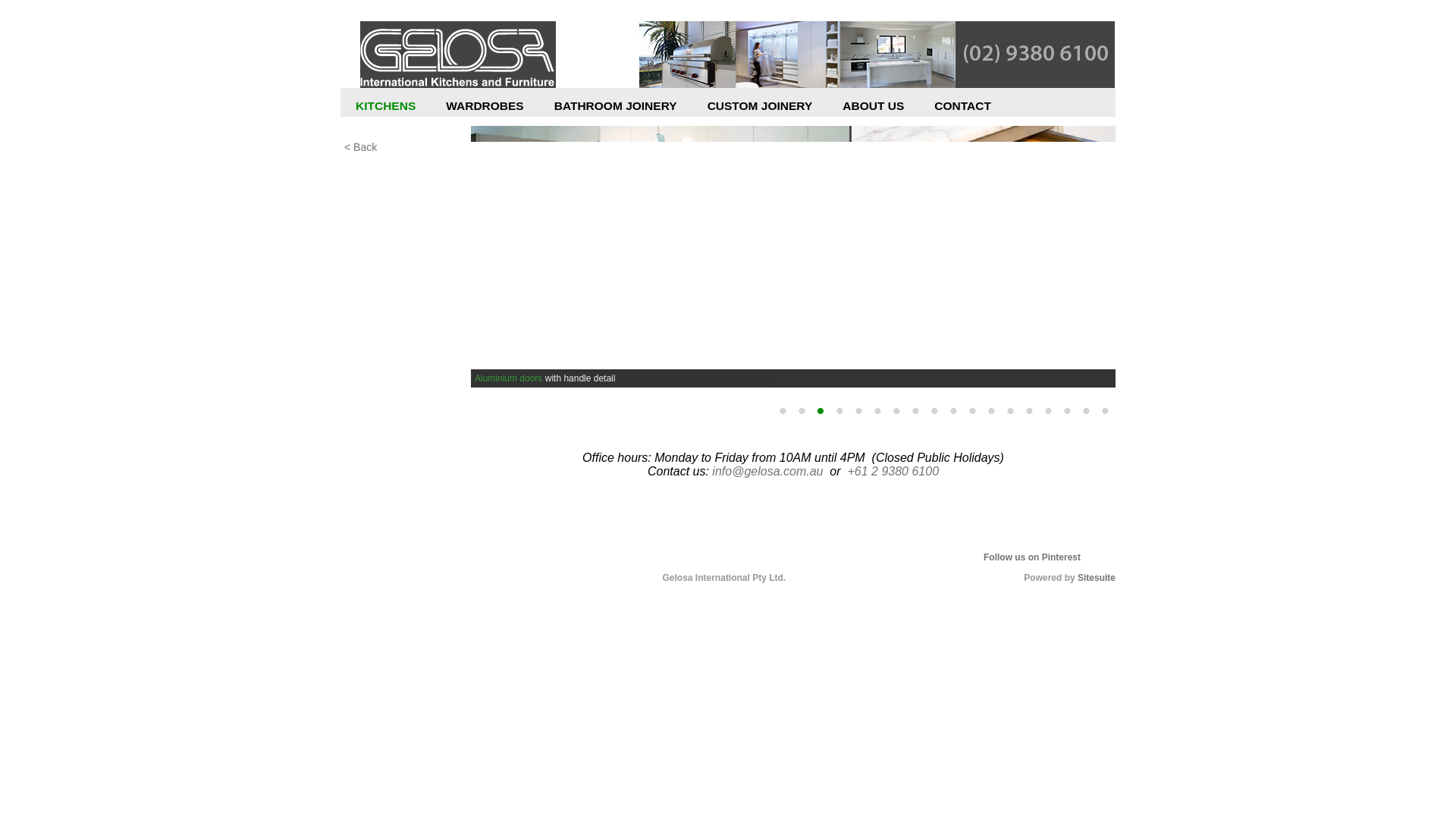 The width and height of the screenshot is (1456, 819). I want to click on '17', so click(1084, 411).